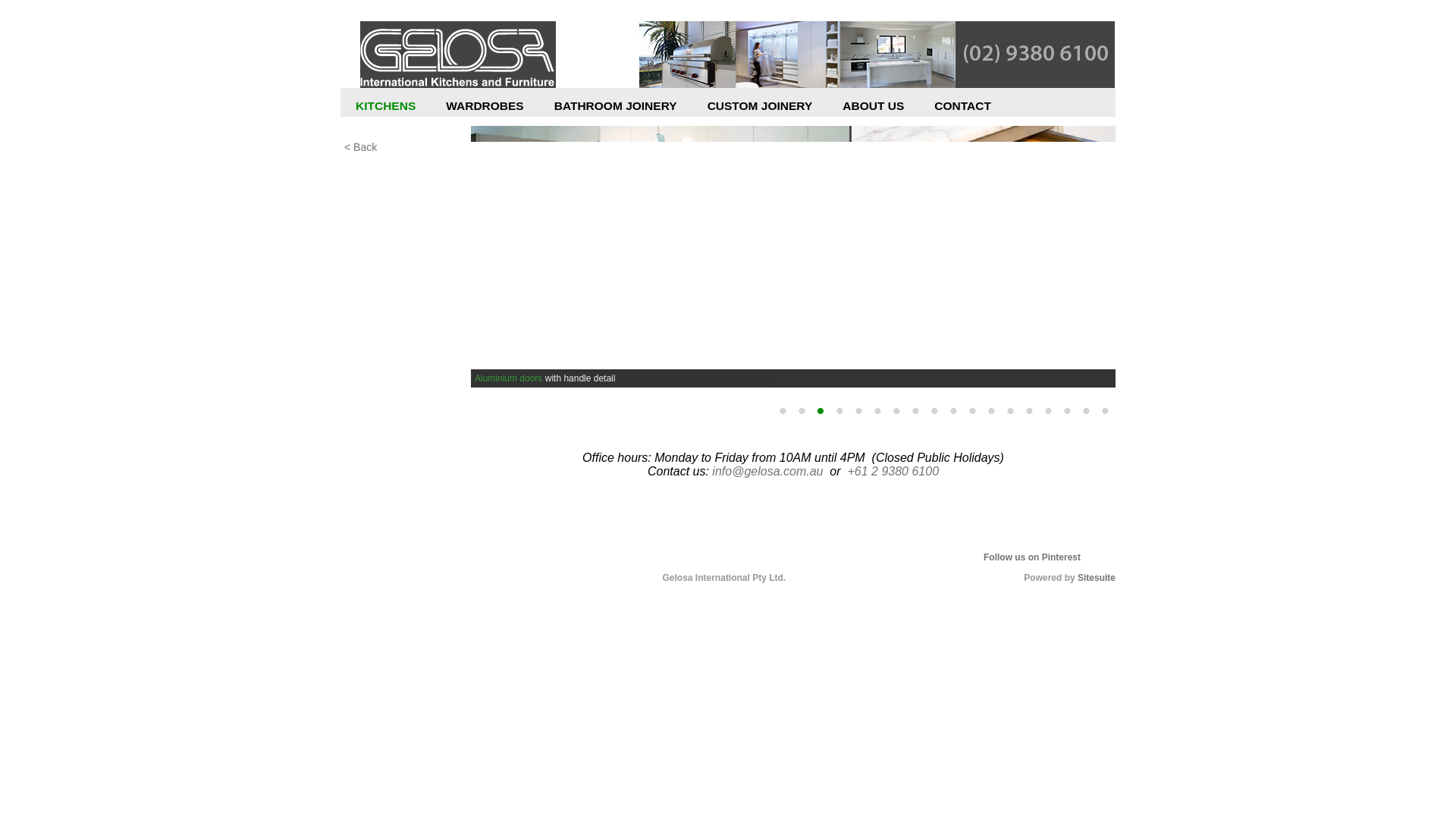 The width and height of the screenshot is (1456, 819). I want to click on '17', so click(1084, 411).